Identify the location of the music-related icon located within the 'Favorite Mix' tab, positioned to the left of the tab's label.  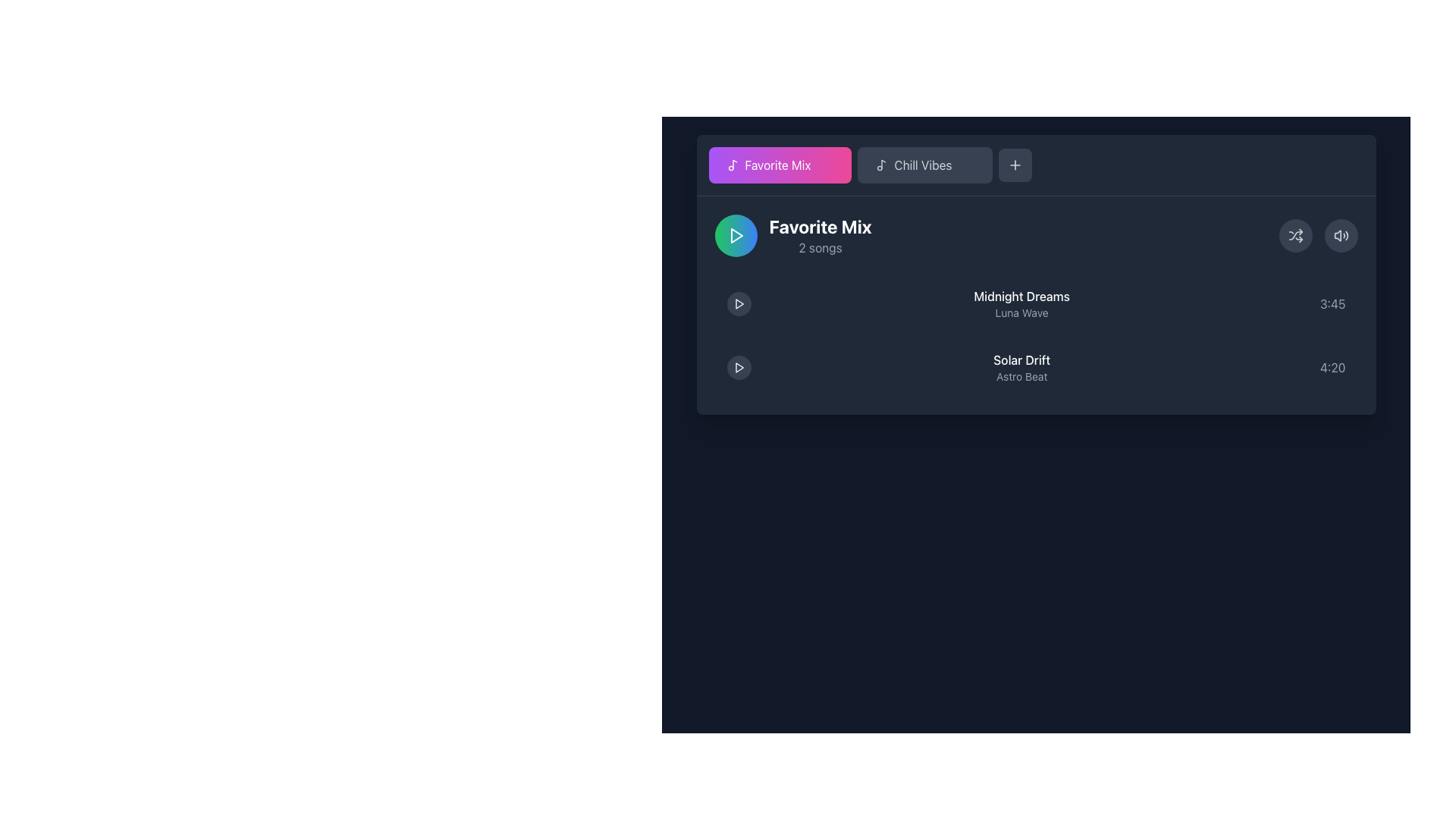
(733, 165).